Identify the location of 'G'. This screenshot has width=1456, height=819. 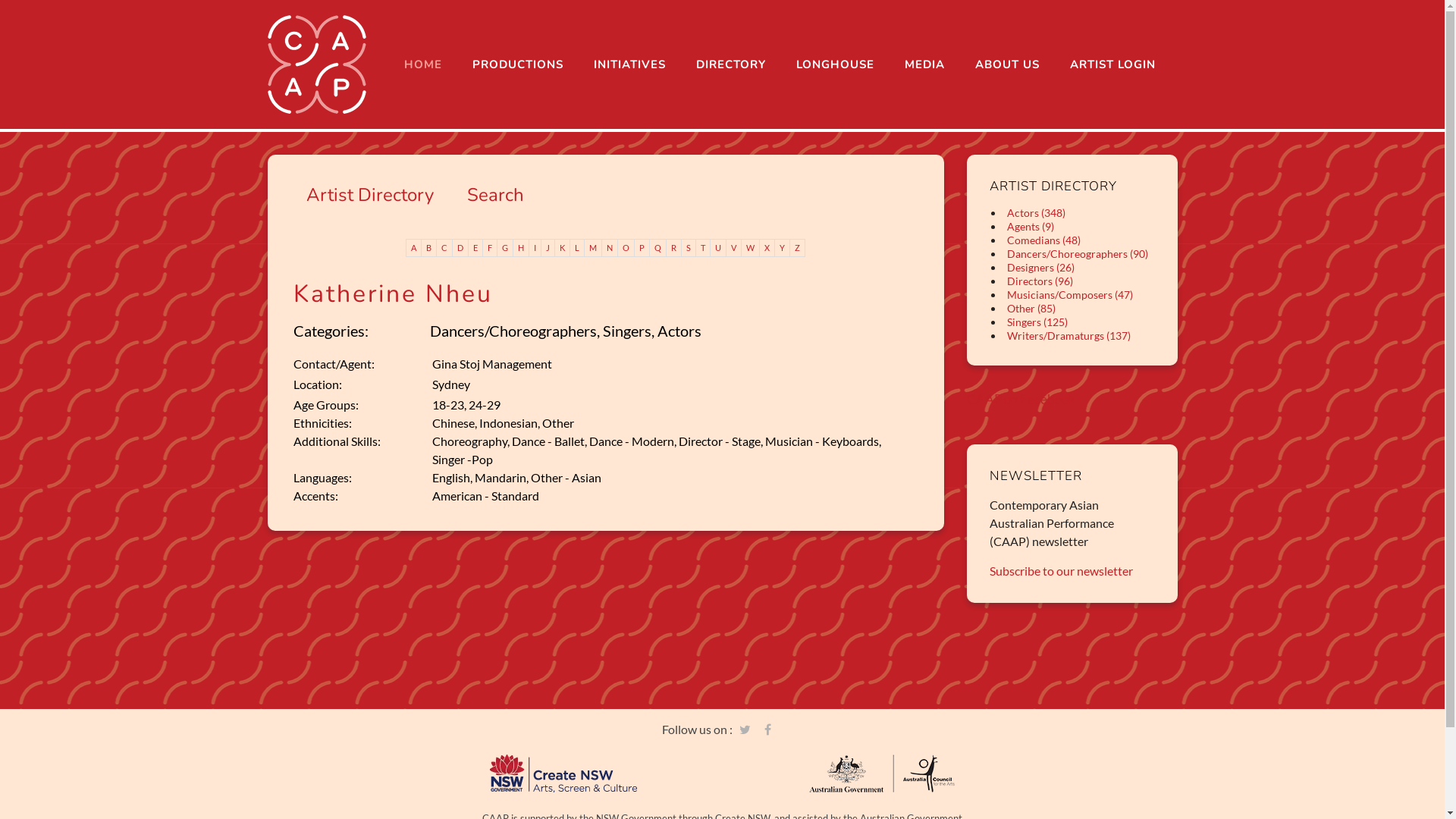
(505, 247).